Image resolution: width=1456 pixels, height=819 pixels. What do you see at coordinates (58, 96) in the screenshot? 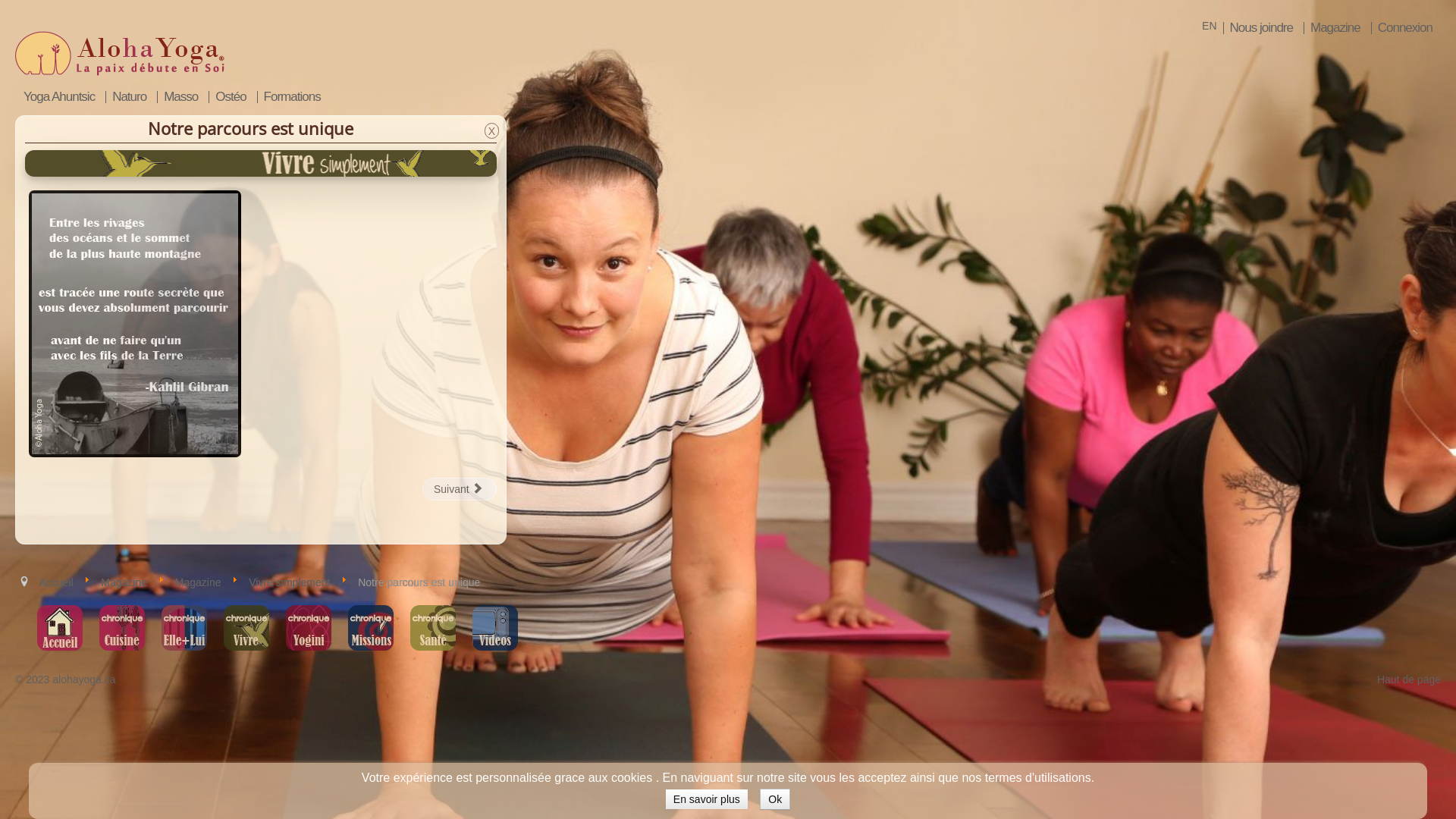
I see `'Yoga Ahuntsic'` at bounding box center [58, 96].